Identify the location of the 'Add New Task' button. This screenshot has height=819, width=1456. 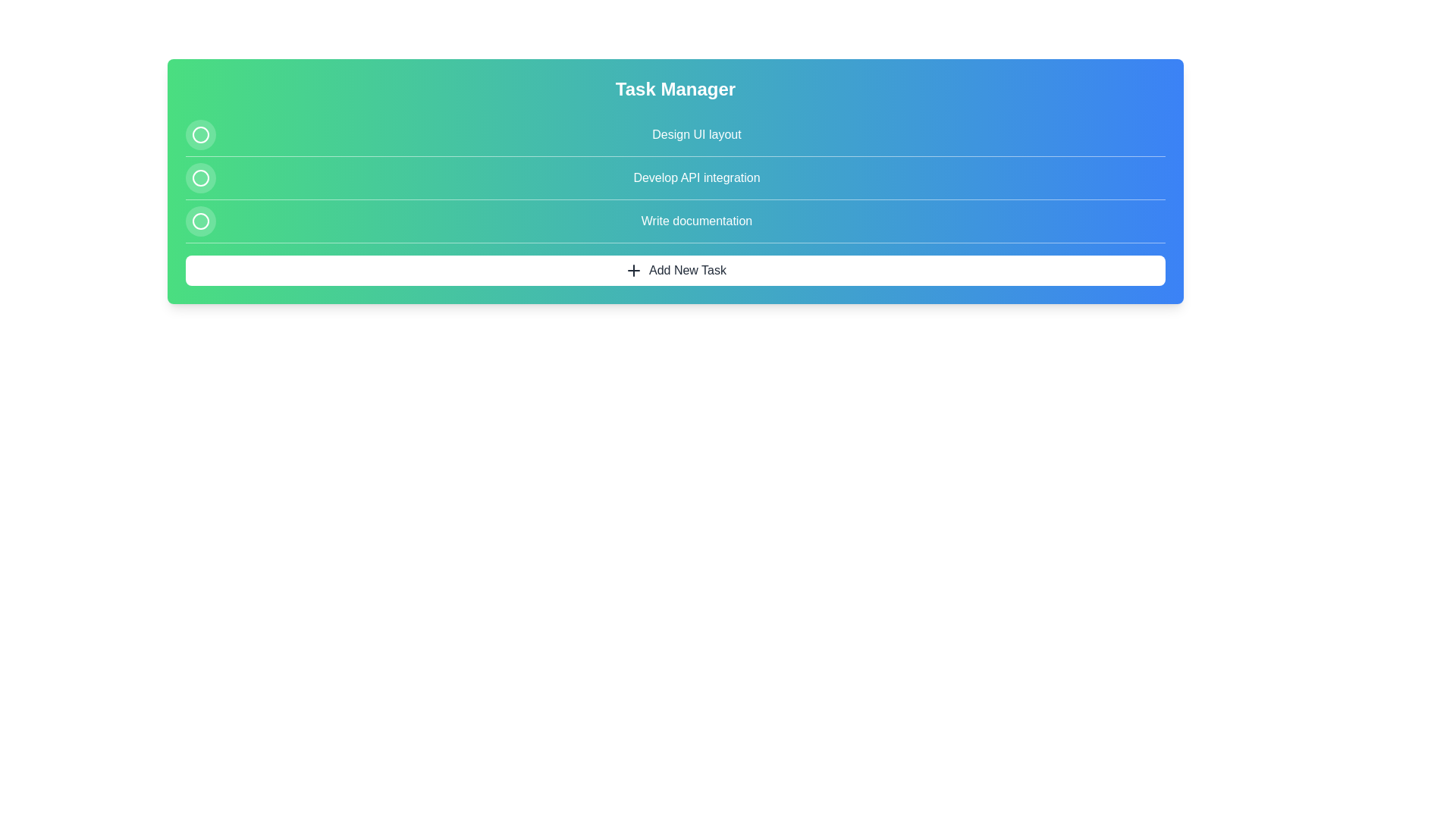
(675, 270).